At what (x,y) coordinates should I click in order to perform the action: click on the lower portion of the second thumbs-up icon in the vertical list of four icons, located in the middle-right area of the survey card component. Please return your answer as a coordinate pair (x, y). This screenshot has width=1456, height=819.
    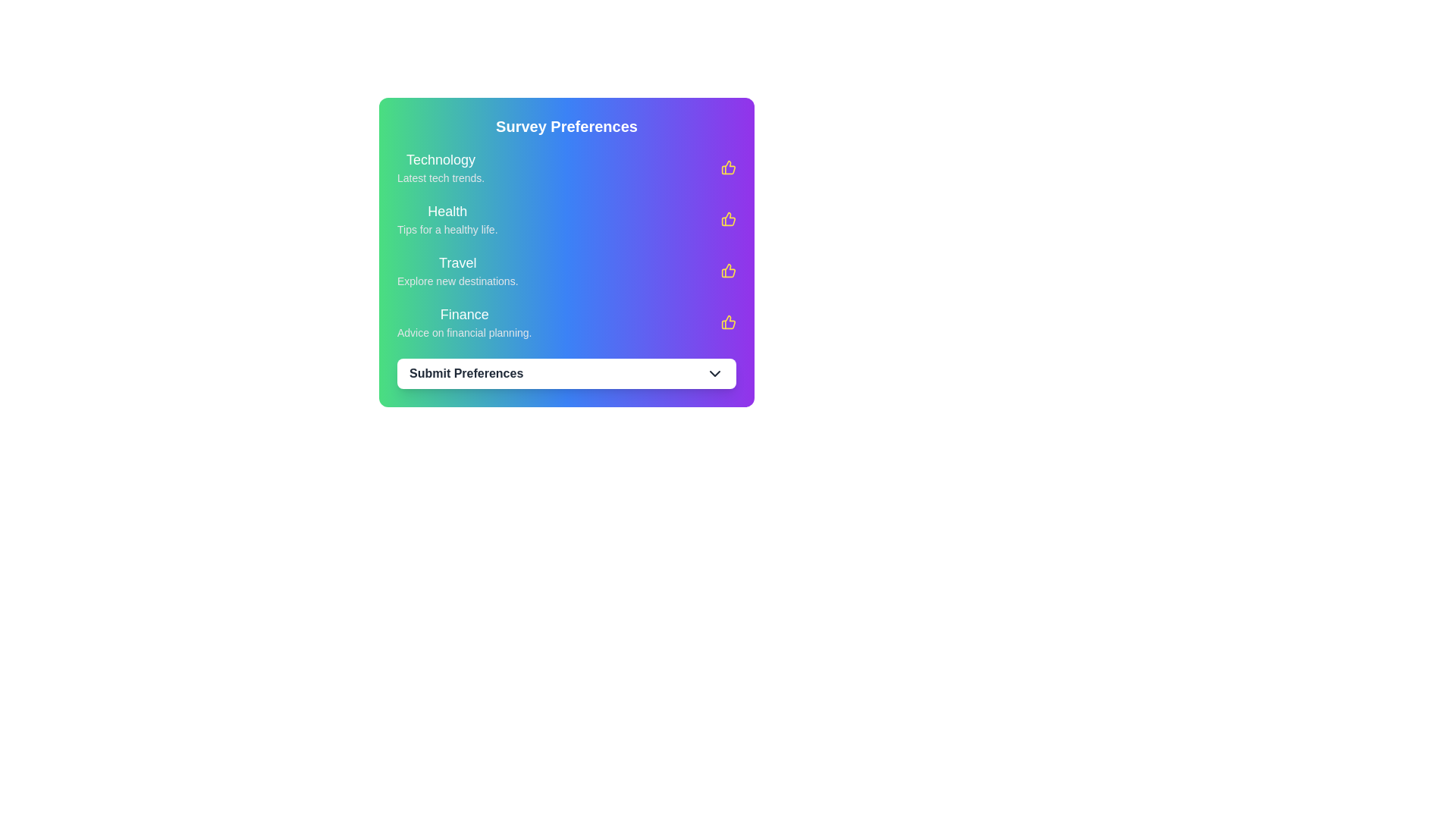
    Looking at the image, I should click on (728, 219).